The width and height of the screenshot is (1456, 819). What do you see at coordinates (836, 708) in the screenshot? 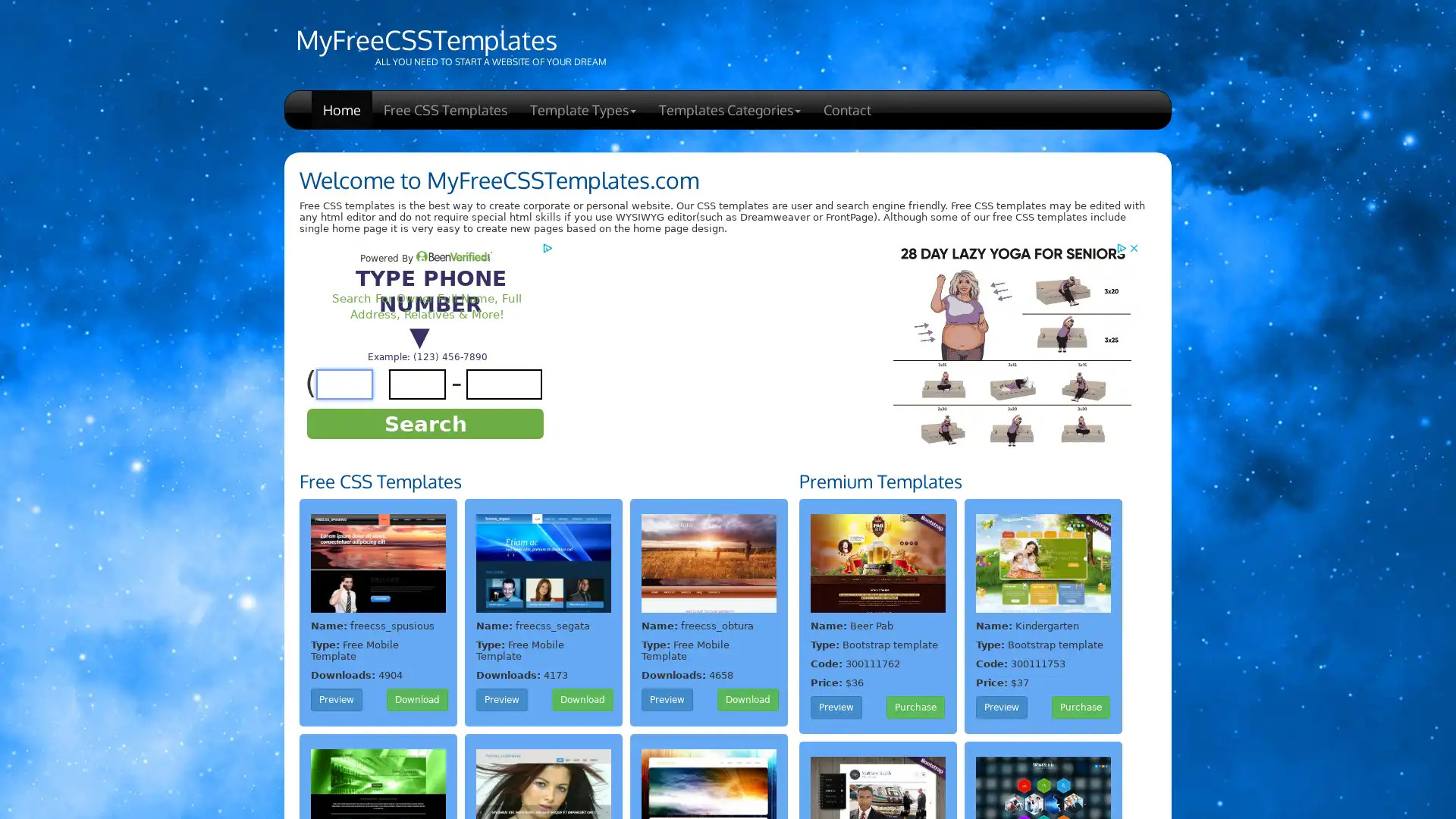
I see `Preview` at bounding box center [836, 708].